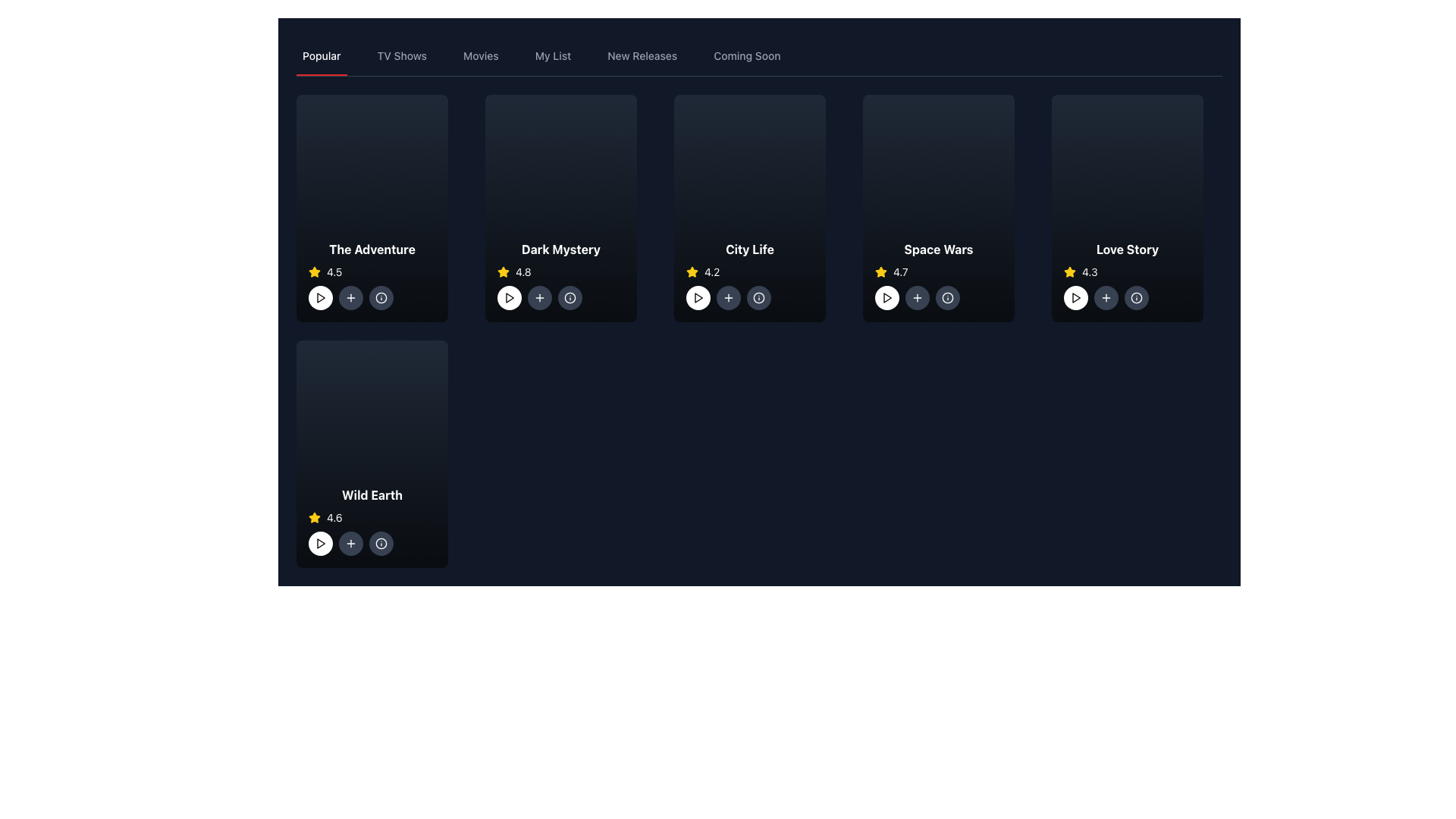 This screenshot has height=819, width=1456. I want to click on the 'Popular' text link in the navigation menu, so click(321, 55).